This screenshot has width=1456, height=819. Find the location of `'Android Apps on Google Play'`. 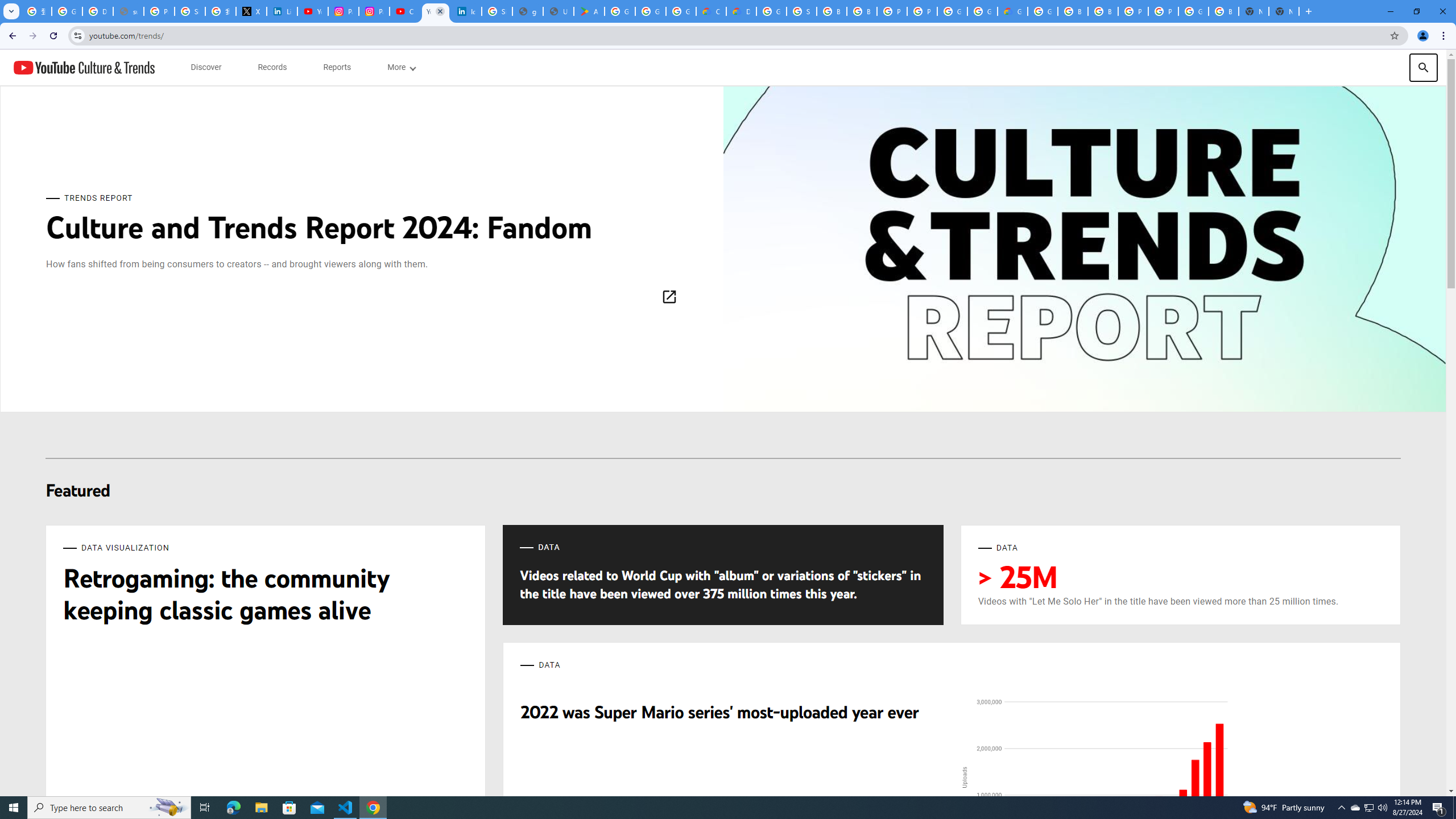

'Android Apps on Google Play' is located at coordinates (589, 11).